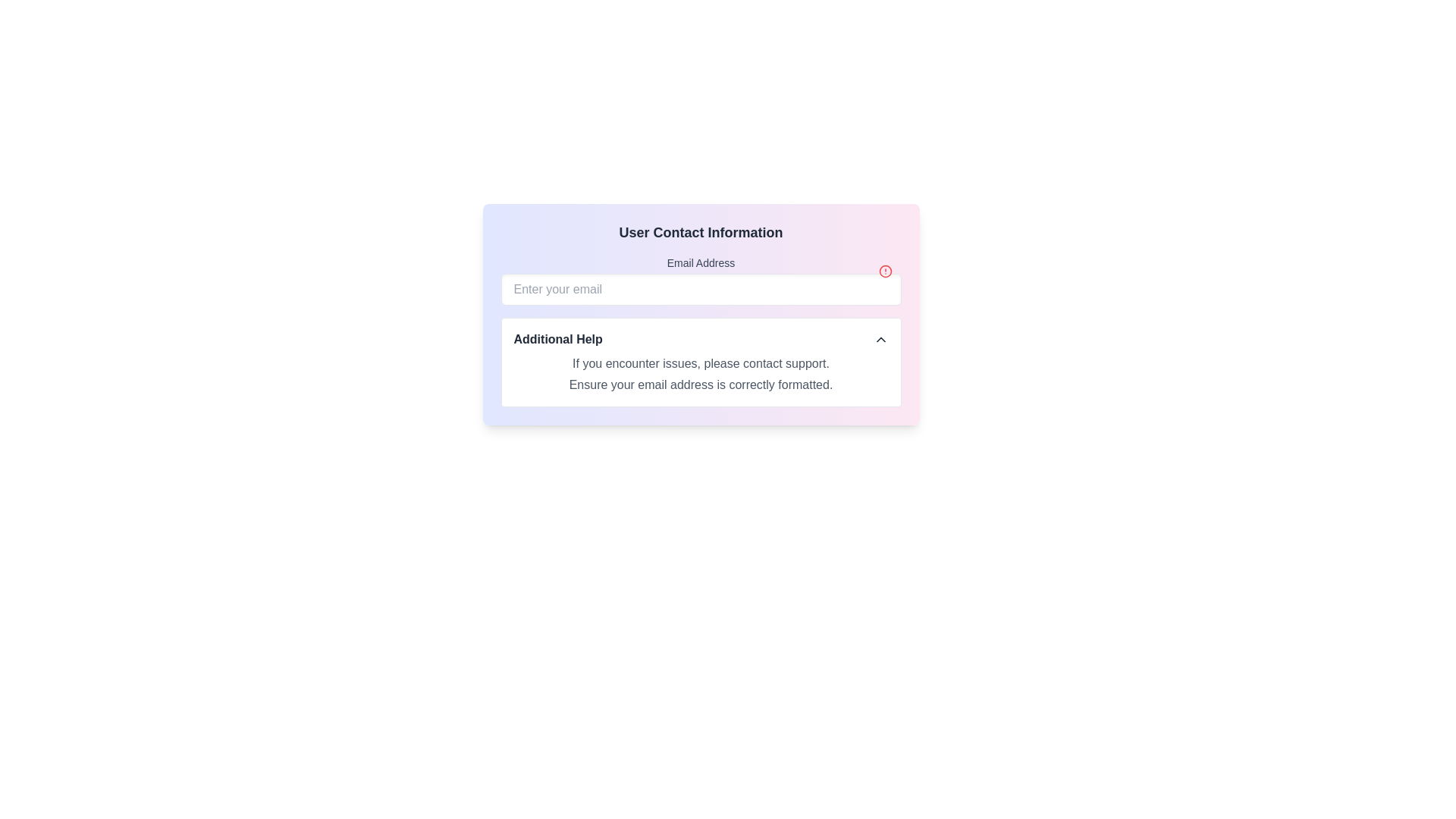  What do you see at coordinates (700, 233) in the screenshot?
I see `the bold text label 'User Contact Information' at the top of the card` at bounding box center [700, 233].